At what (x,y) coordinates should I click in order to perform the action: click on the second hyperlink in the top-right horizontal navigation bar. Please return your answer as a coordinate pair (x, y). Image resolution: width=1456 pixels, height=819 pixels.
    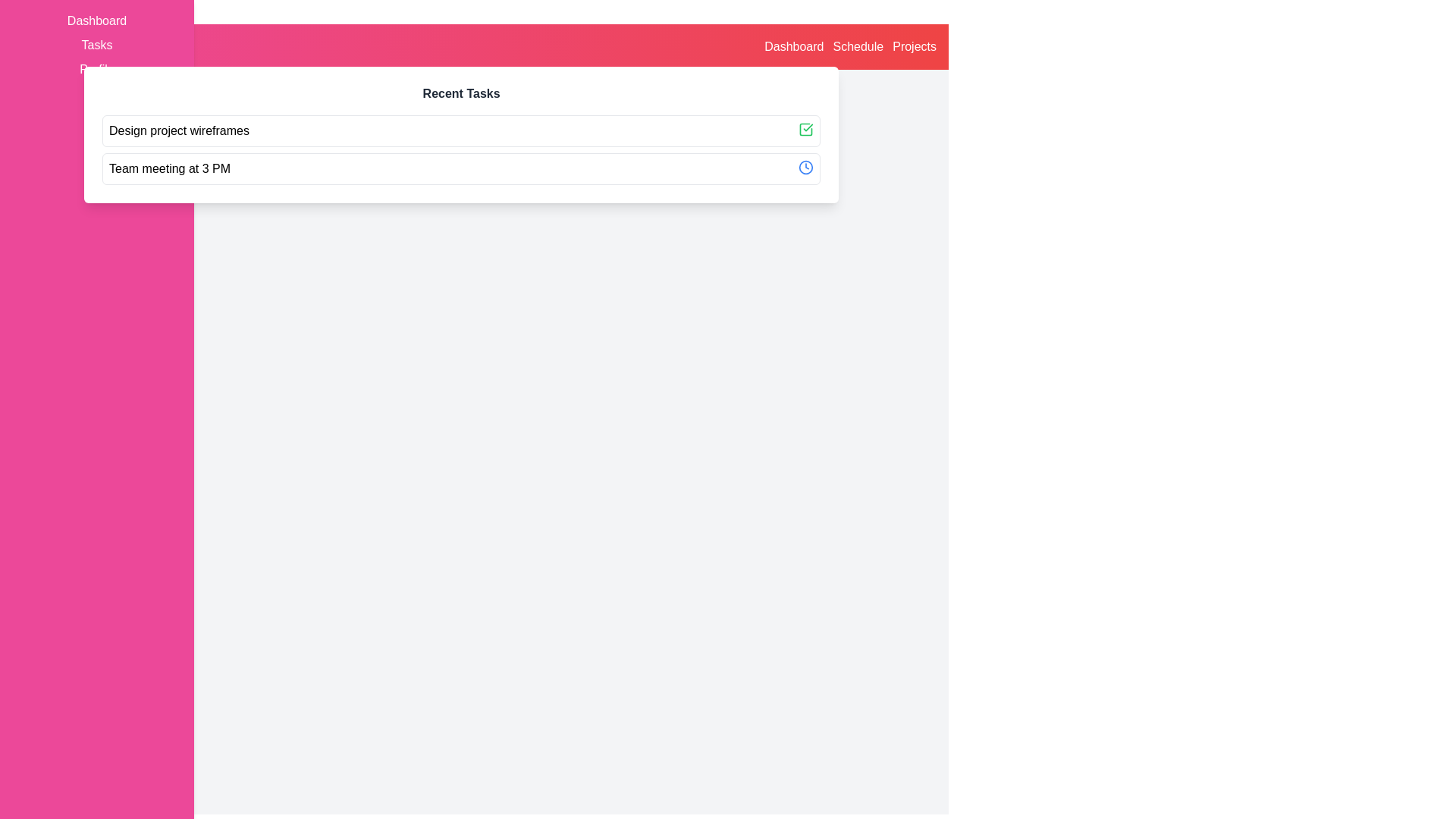
    Looking at the image, I should click on (858, 45).